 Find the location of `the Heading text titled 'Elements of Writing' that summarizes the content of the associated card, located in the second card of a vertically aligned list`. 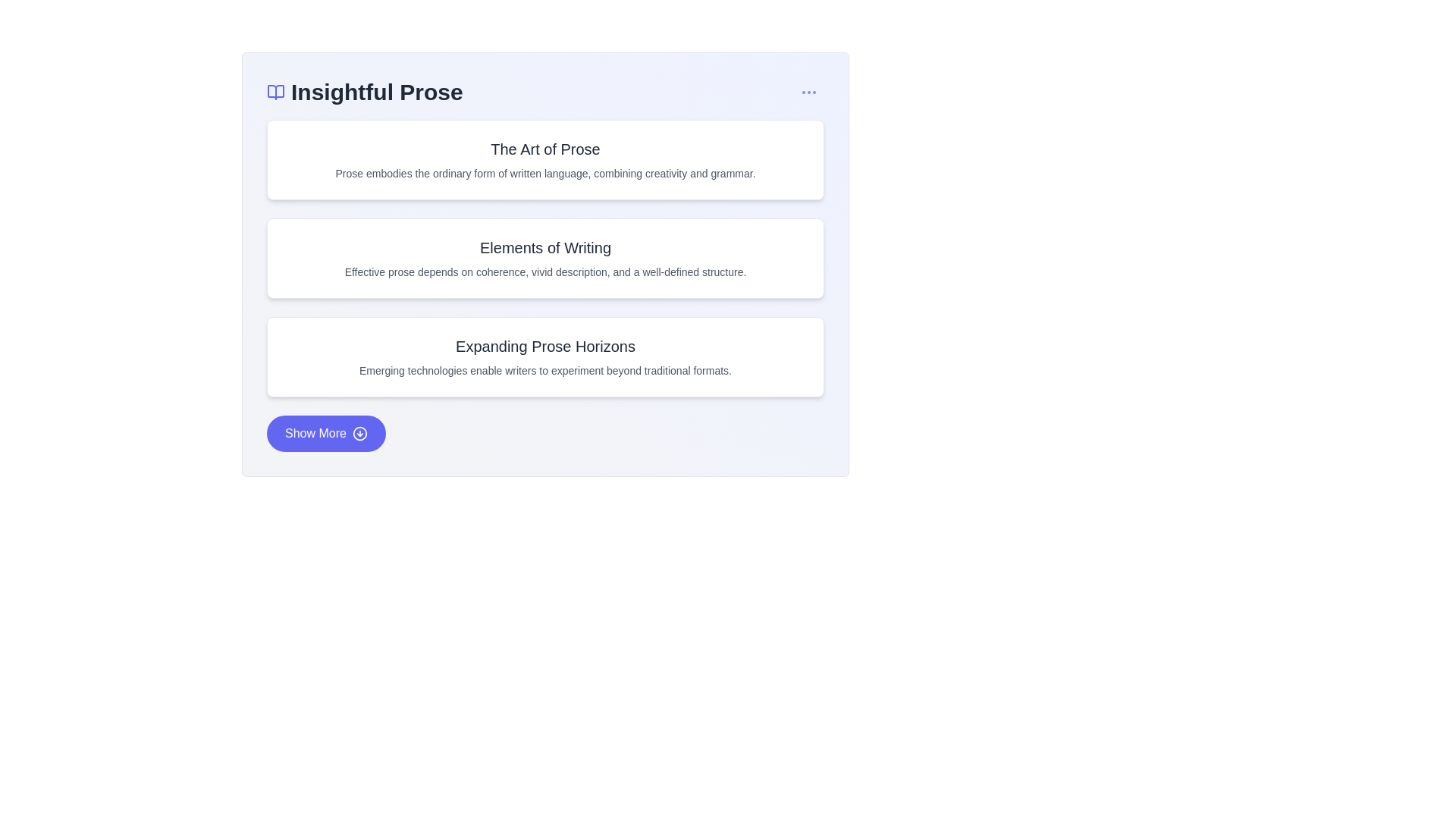

the Heading text titled 'Elements of Writing' that summarizes the content of the associated card, located in the second card of a vertically aligned list is located at coordinates (545, 247).